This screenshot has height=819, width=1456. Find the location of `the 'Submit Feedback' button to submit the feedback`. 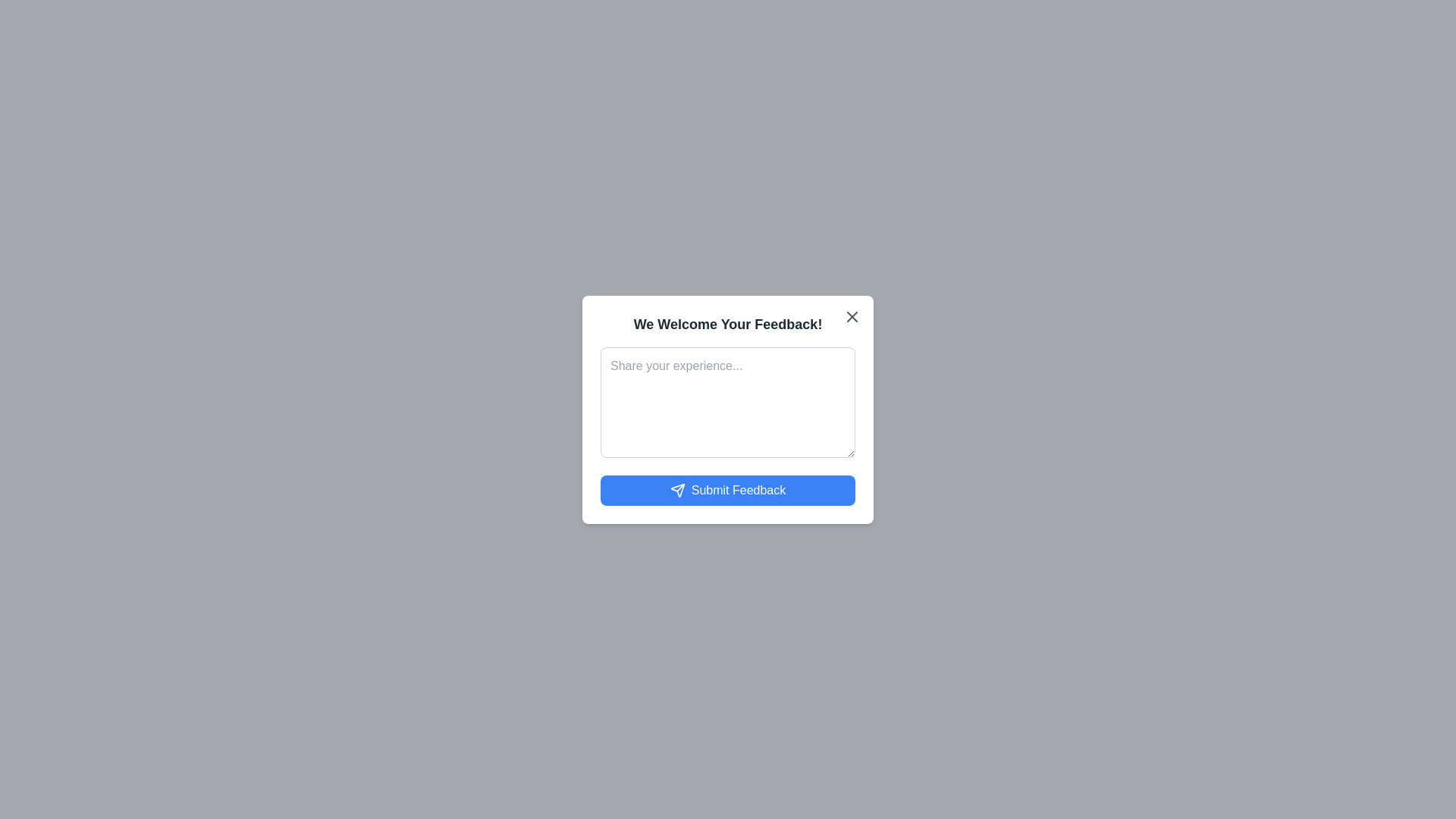

the 'Submit Feedback' button to submit the feedback is located at coordinates (728, 490).